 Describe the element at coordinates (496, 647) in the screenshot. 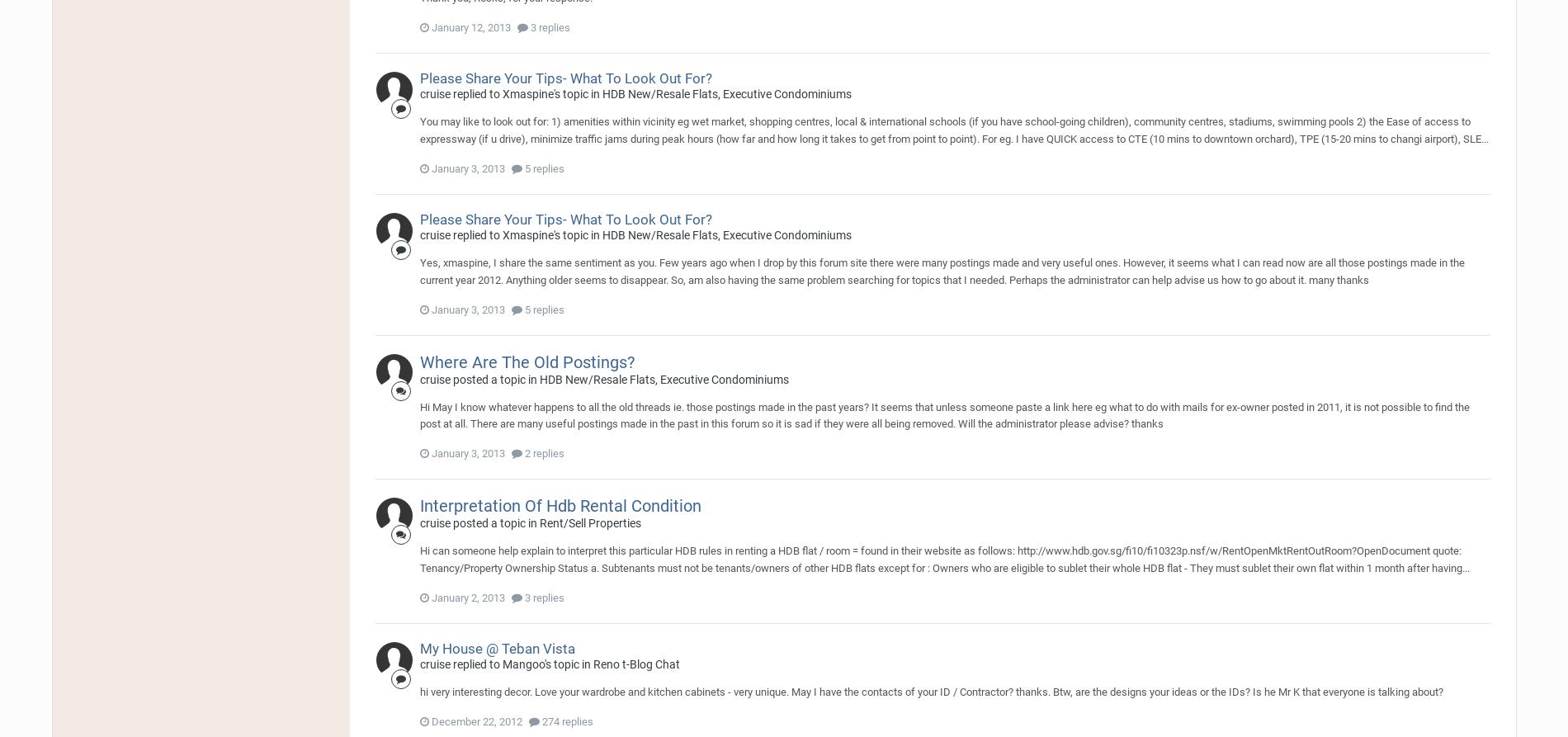

I see `'My House @ Teban Vista'` at that location.